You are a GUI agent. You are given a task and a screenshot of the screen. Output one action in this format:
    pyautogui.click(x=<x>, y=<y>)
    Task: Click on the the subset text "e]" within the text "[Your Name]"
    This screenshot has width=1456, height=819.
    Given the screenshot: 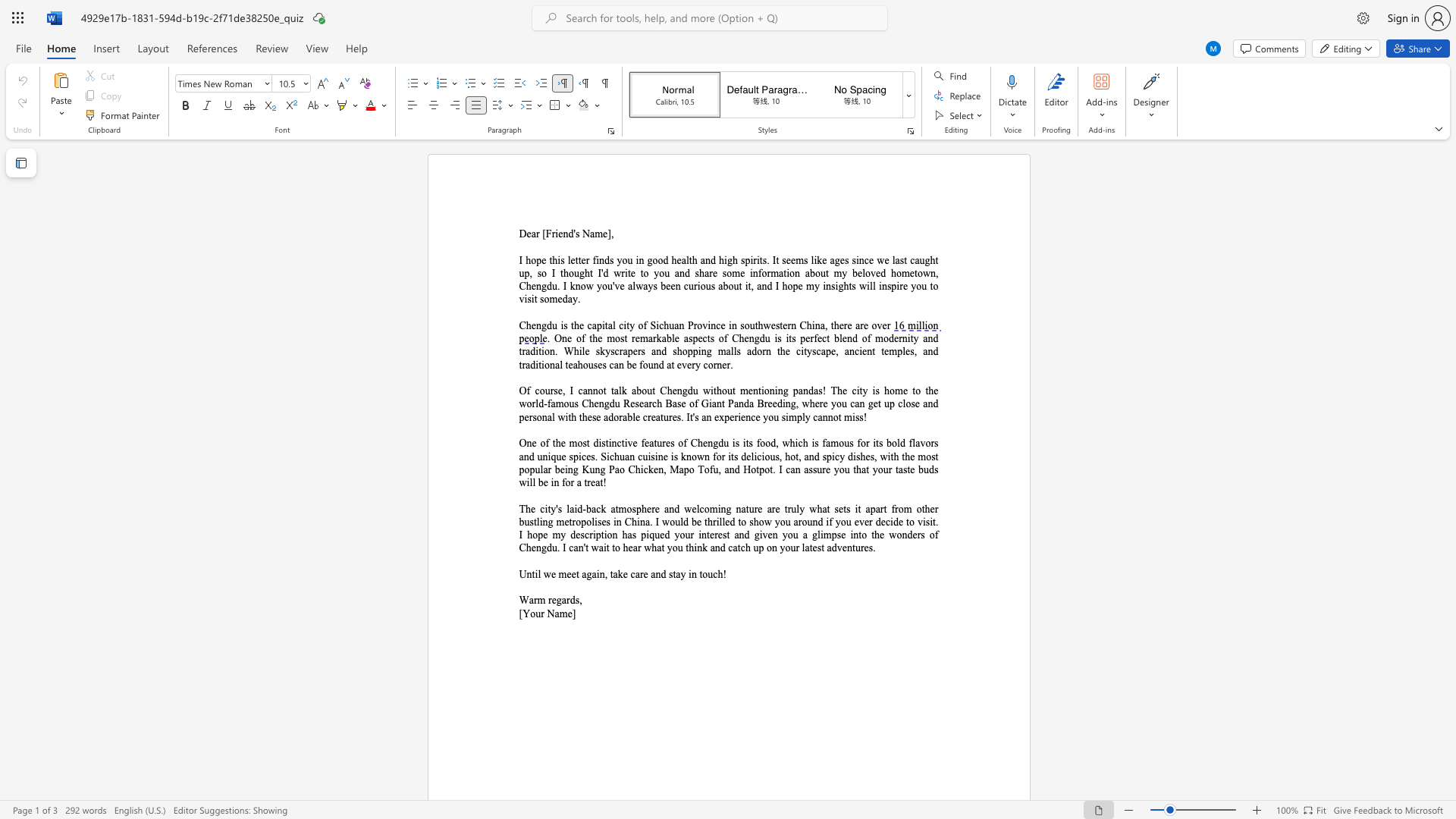 What is the action you would take?
    pyautogui.click(x=566, y=613)
    